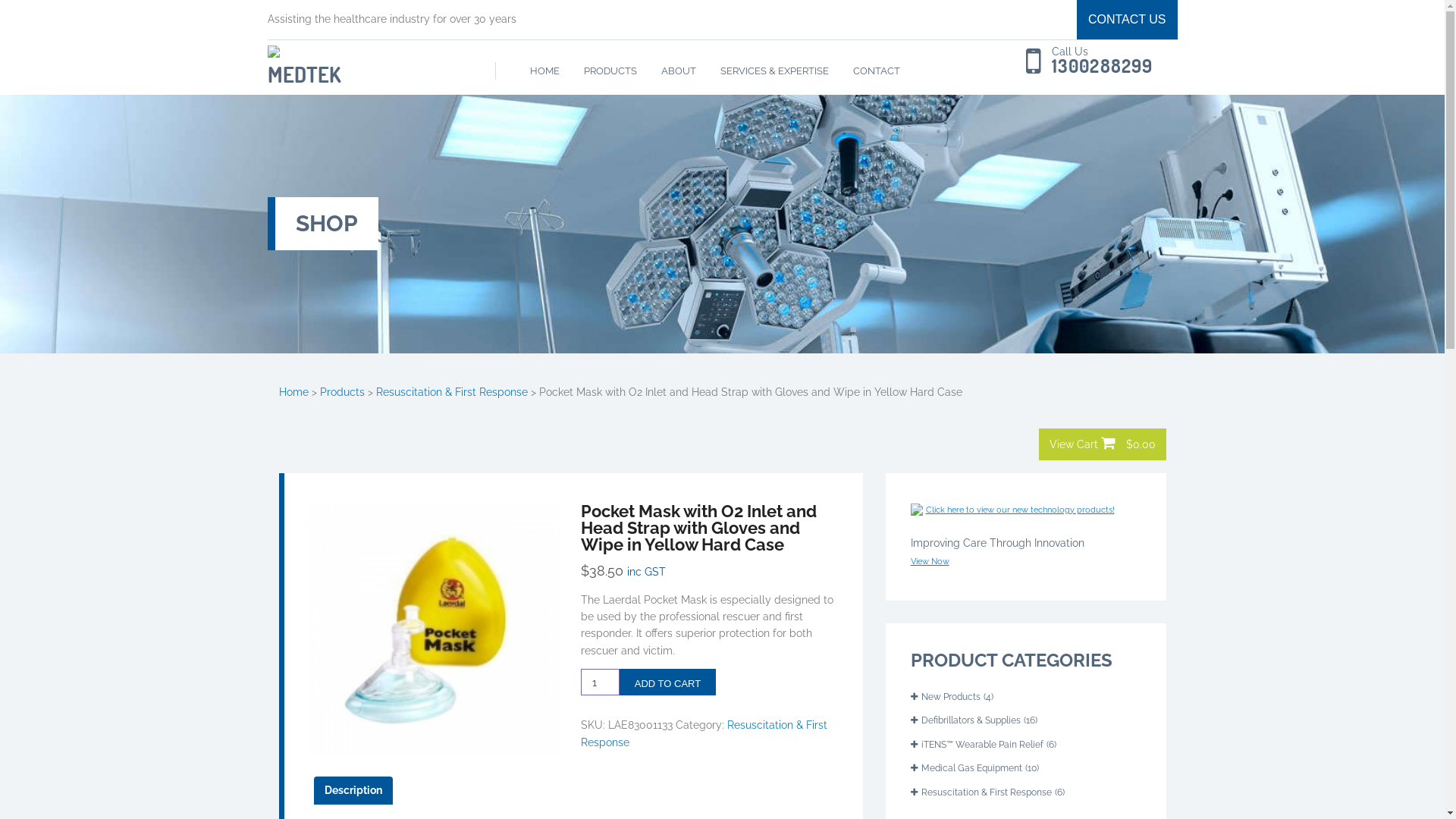  Describe the element at coordinates (1019, 509) in the screenshot. I see `'Click here to view our new technology products!'` at that location.